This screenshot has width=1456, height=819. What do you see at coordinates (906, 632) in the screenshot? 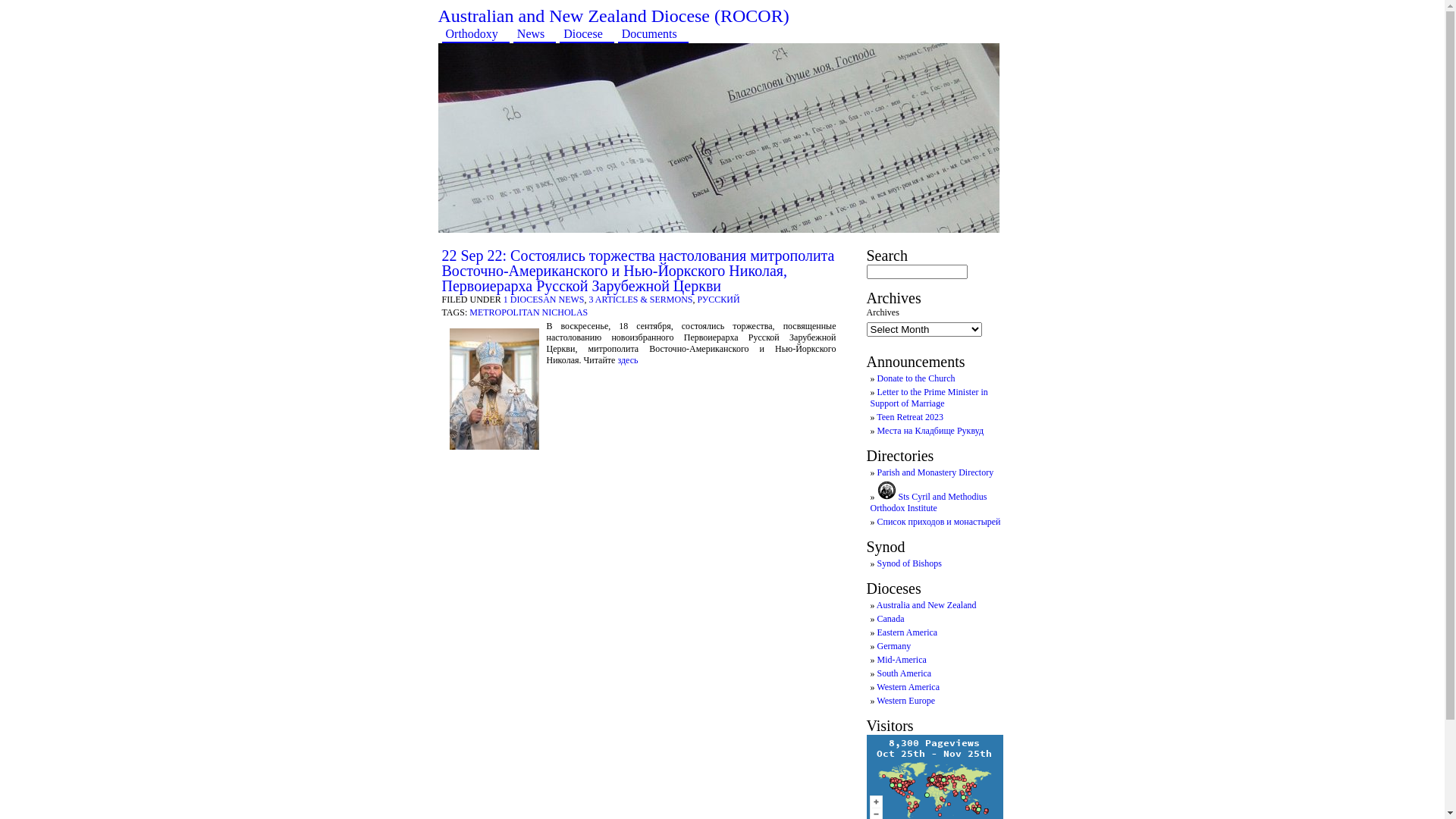
I see `'Eastern America'` at bounding box center [906, 632].